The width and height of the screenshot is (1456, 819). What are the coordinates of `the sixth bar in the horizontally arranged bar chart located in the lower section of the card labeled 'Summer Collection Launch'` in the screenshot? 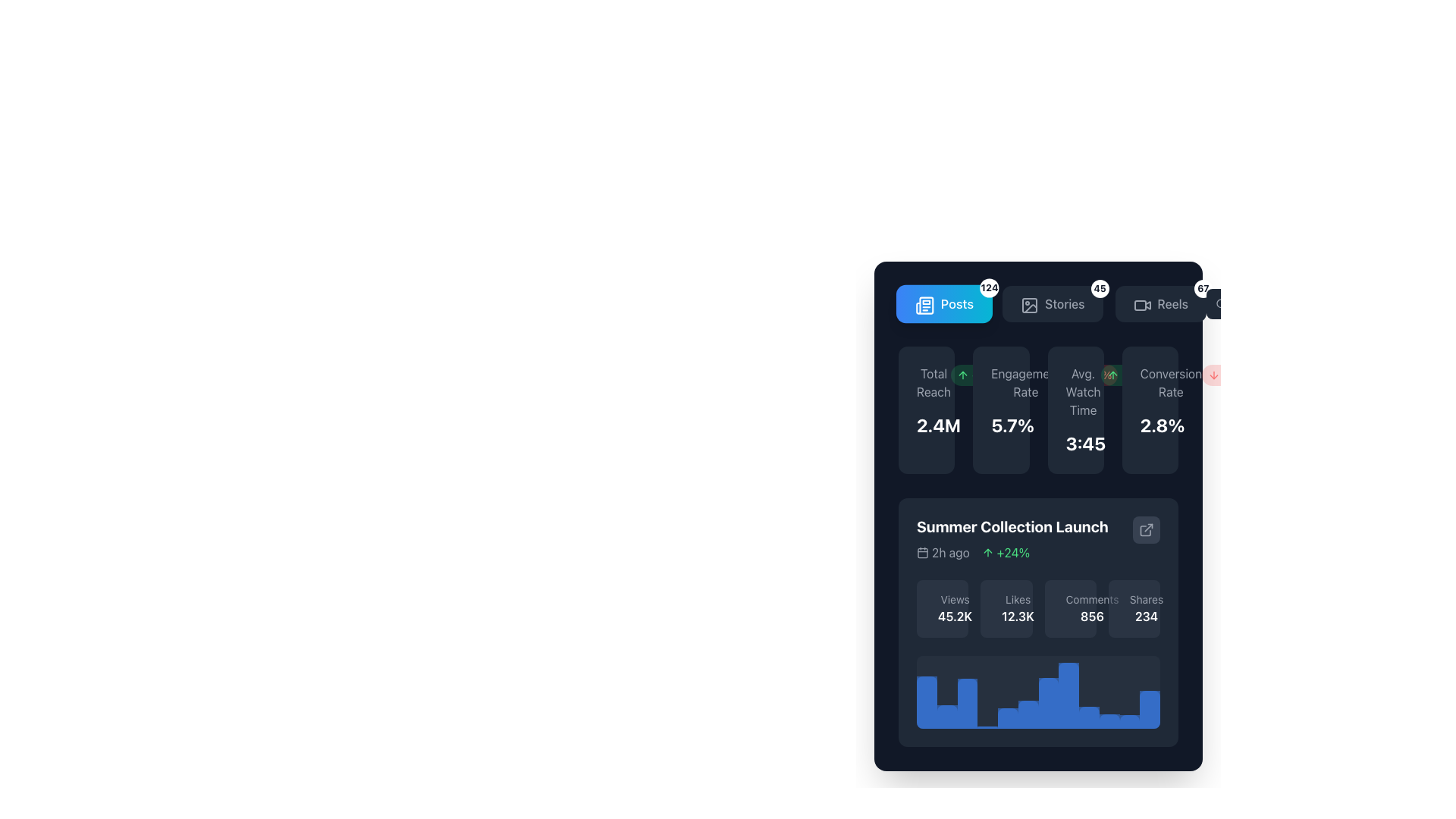 It's located at (1028, 714).